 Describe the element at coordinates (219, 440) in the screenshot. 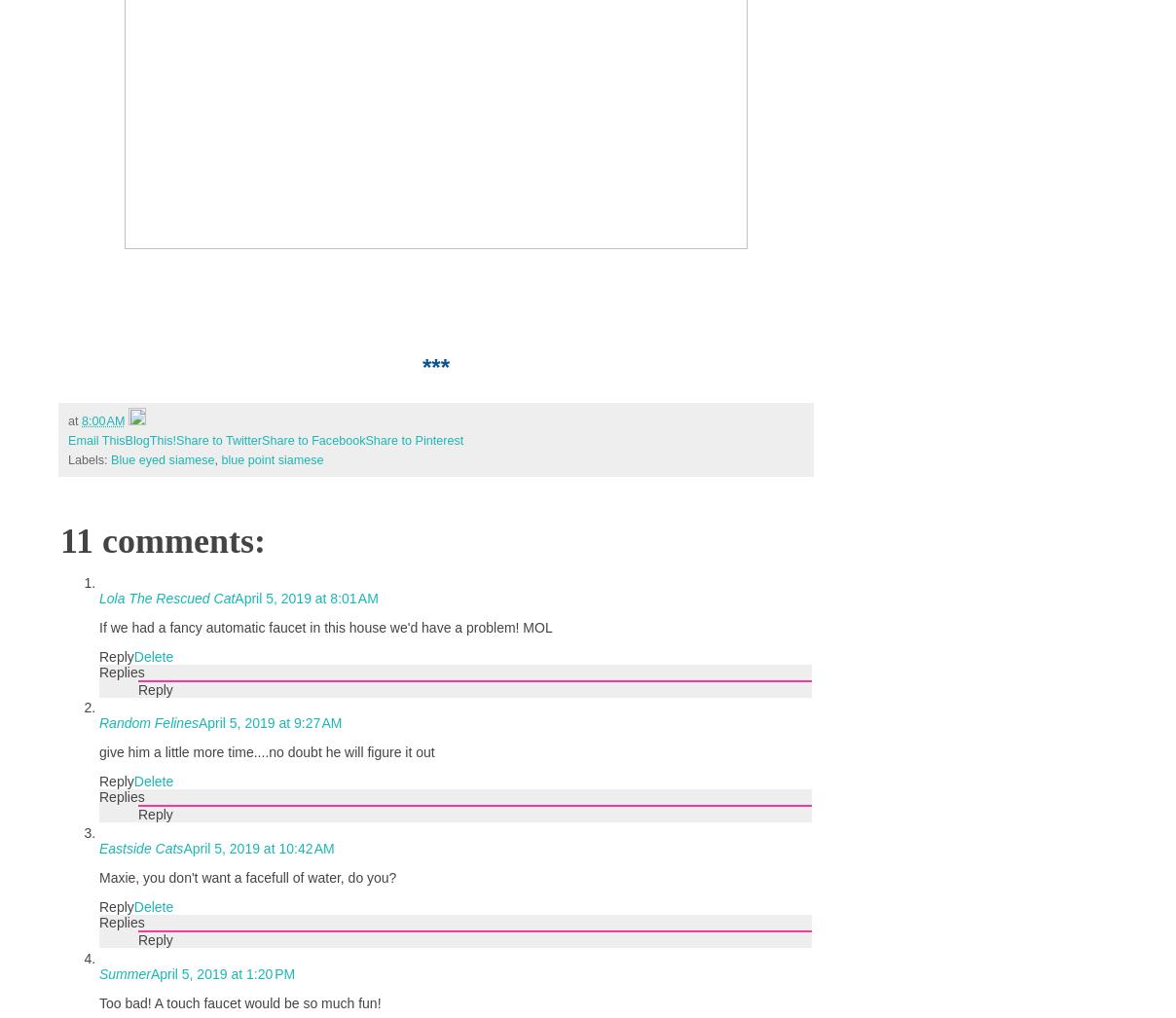

I see `'Share to Twitter'` at that location.